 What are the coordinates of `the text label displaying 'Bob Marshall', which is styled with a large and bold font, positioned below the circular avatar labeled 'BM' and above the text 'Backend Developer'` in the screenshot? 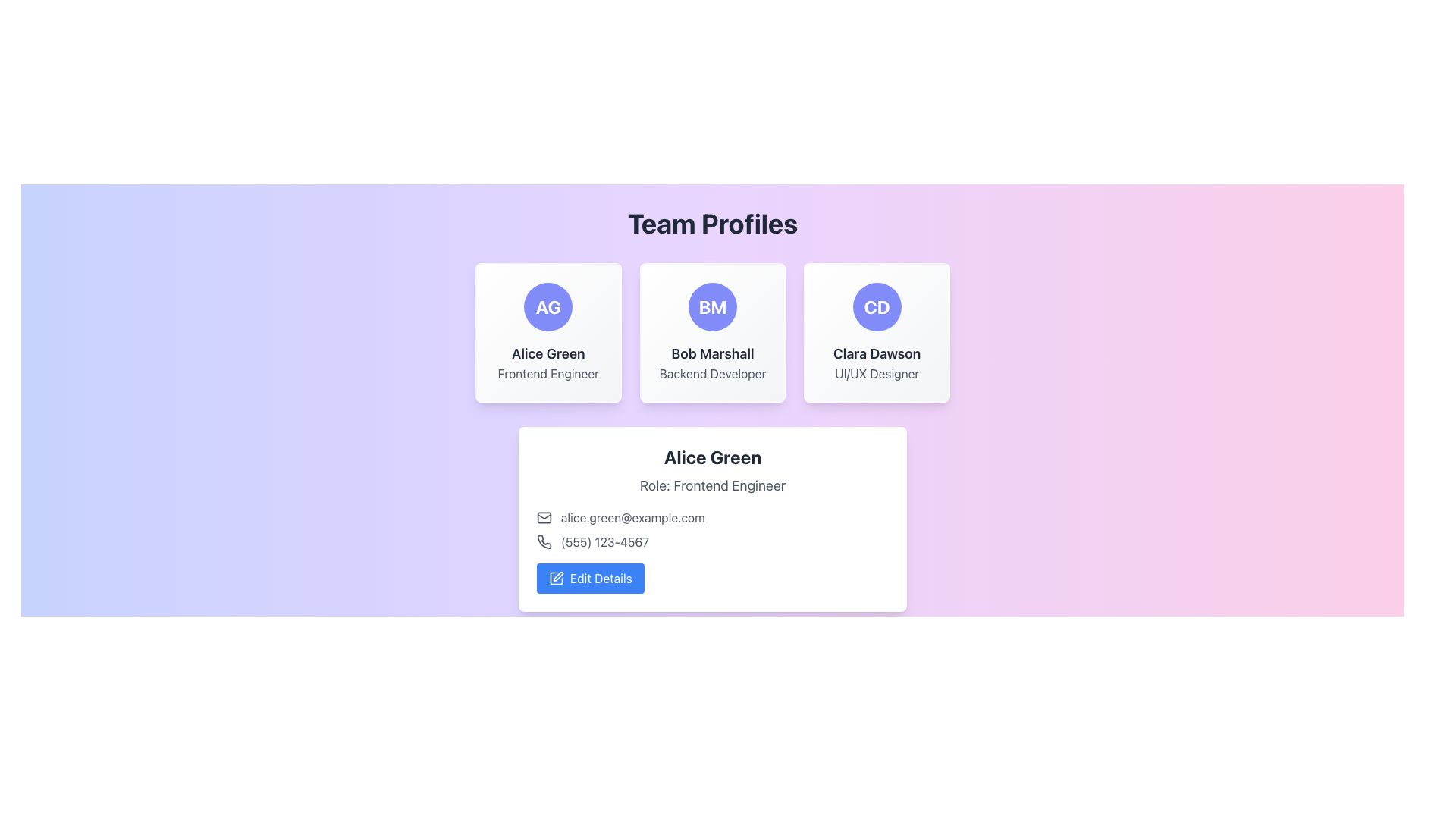 It's located at (712, 353).